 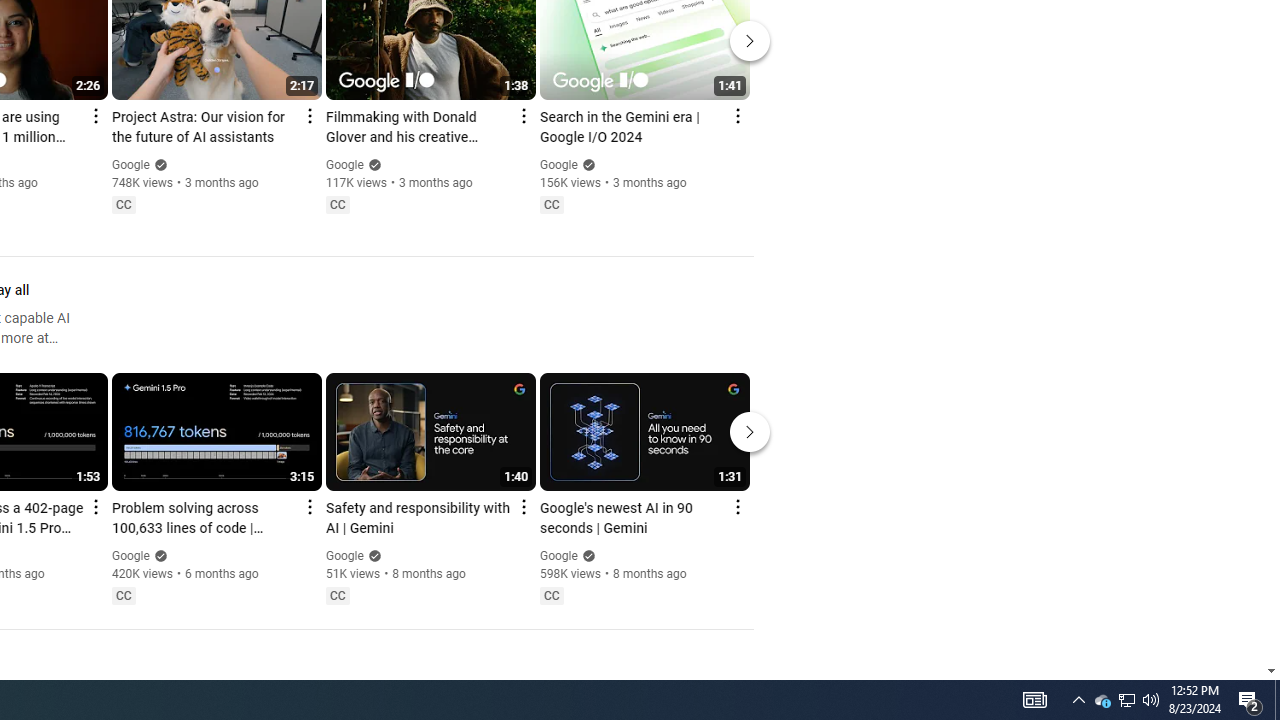 I want to click on 'Google', so click(x=558, y=556).